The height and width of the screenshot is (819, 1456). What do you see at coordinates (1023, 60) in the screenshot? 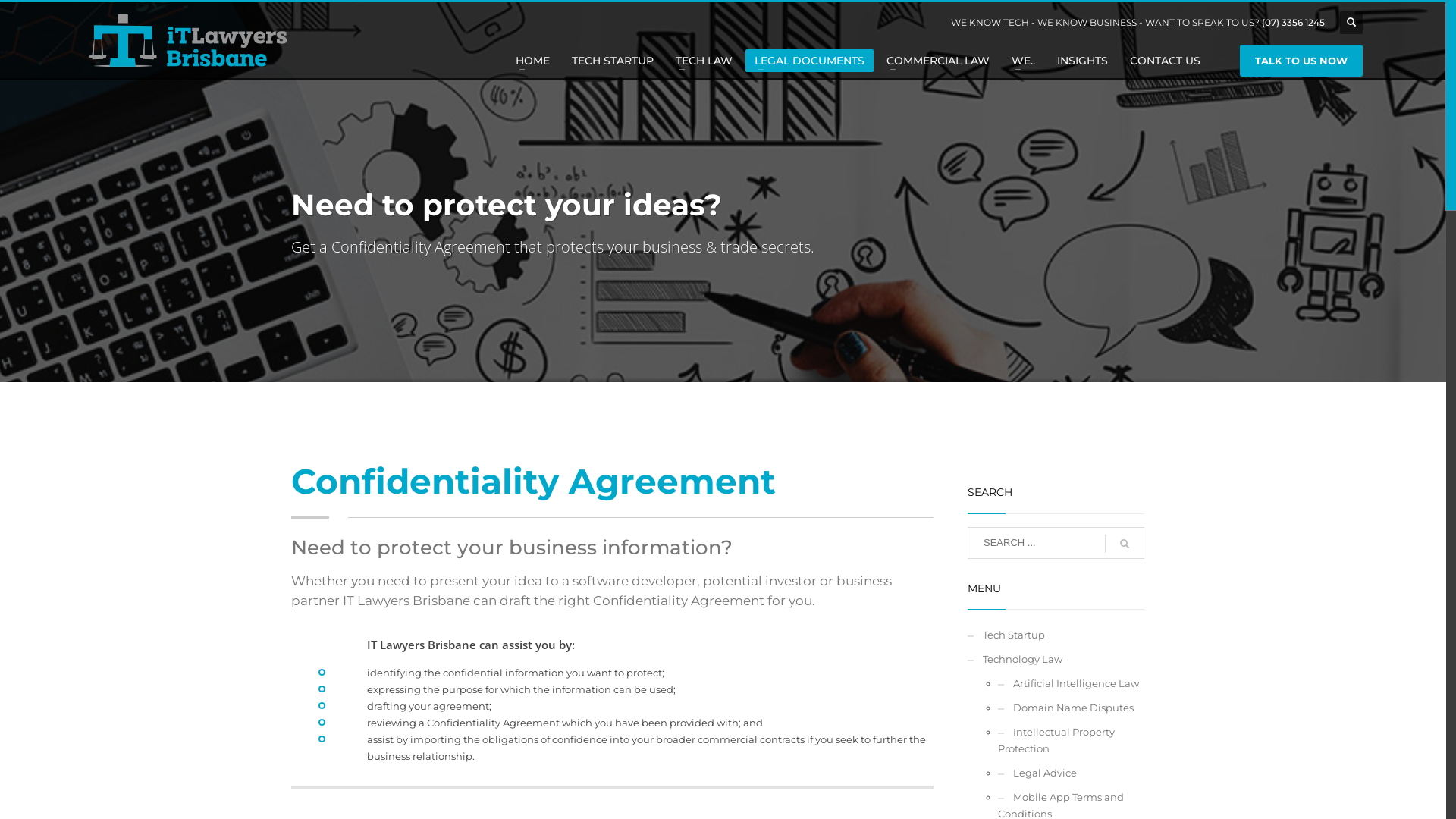
I see `'WE..'` at bounding box center [1023, 60].